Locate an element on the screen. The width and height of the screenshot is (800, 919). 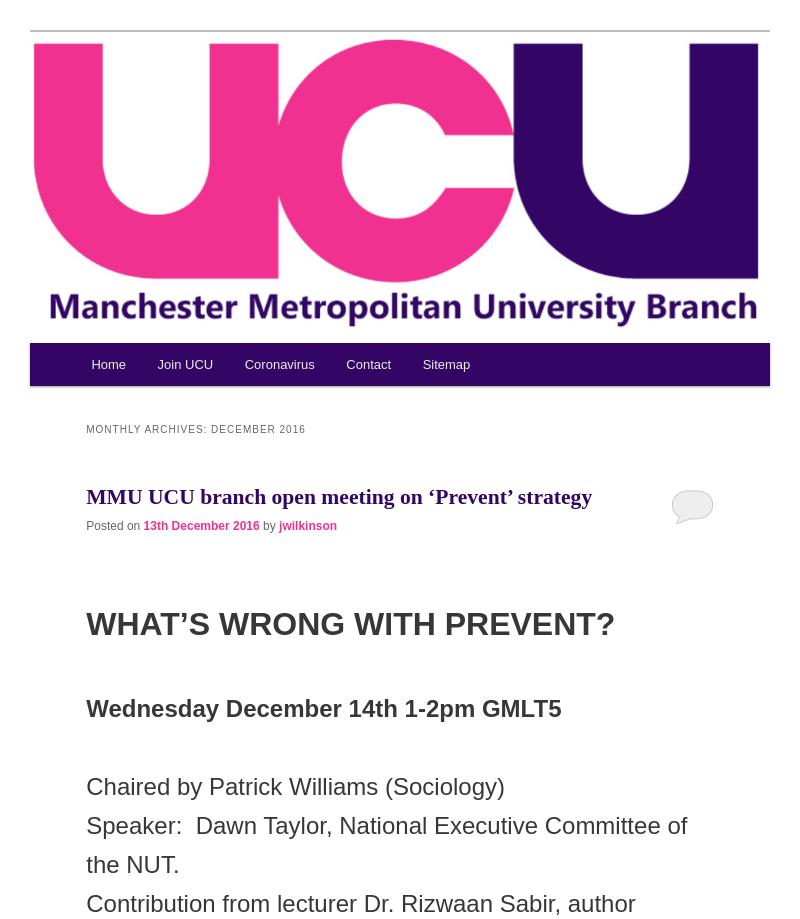
'jwilkinson' is located at coordinates (307, 524).